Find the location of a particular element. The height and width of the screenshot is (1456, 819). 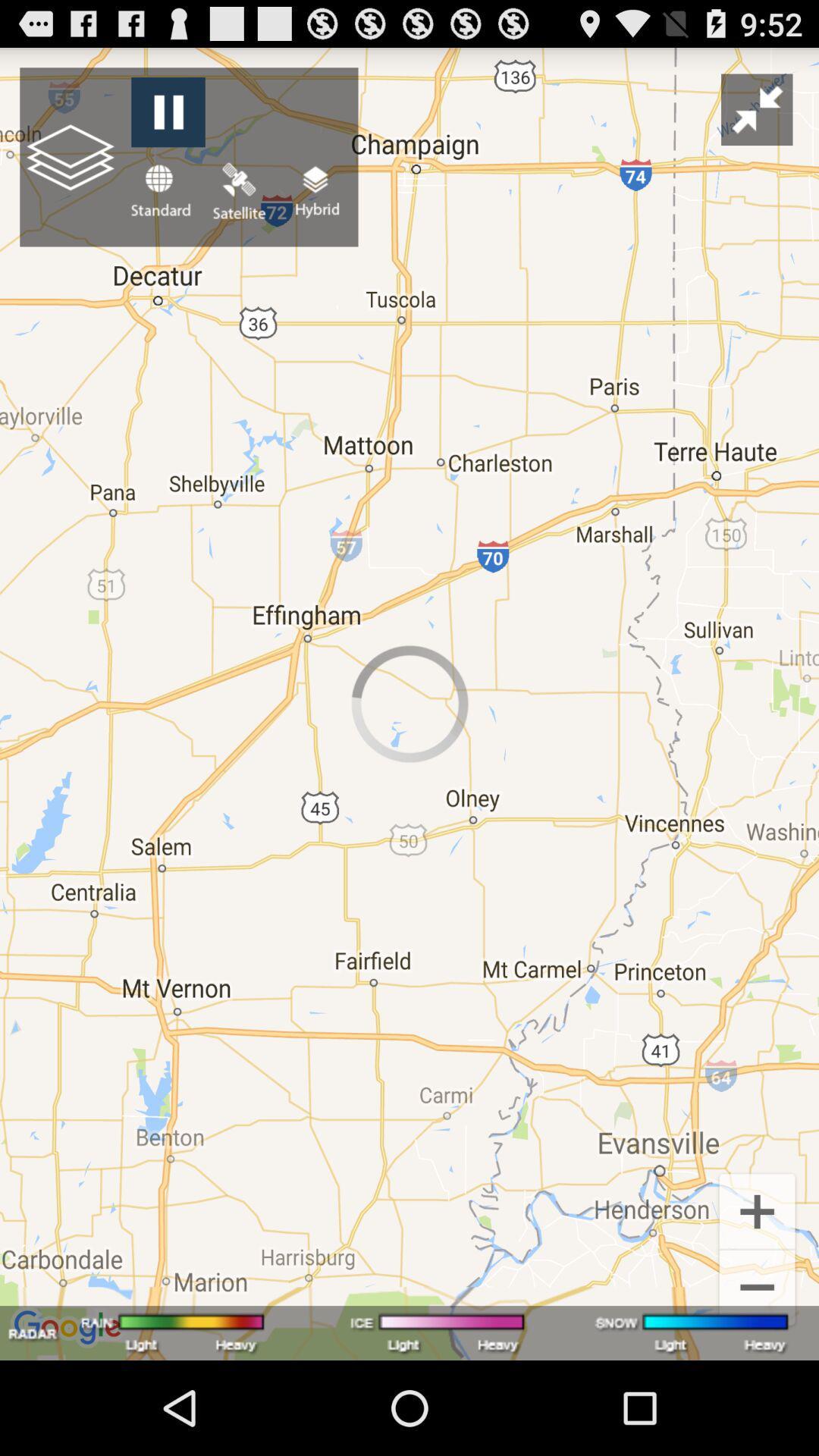

the globe icon is located at coordinates (160, 203).